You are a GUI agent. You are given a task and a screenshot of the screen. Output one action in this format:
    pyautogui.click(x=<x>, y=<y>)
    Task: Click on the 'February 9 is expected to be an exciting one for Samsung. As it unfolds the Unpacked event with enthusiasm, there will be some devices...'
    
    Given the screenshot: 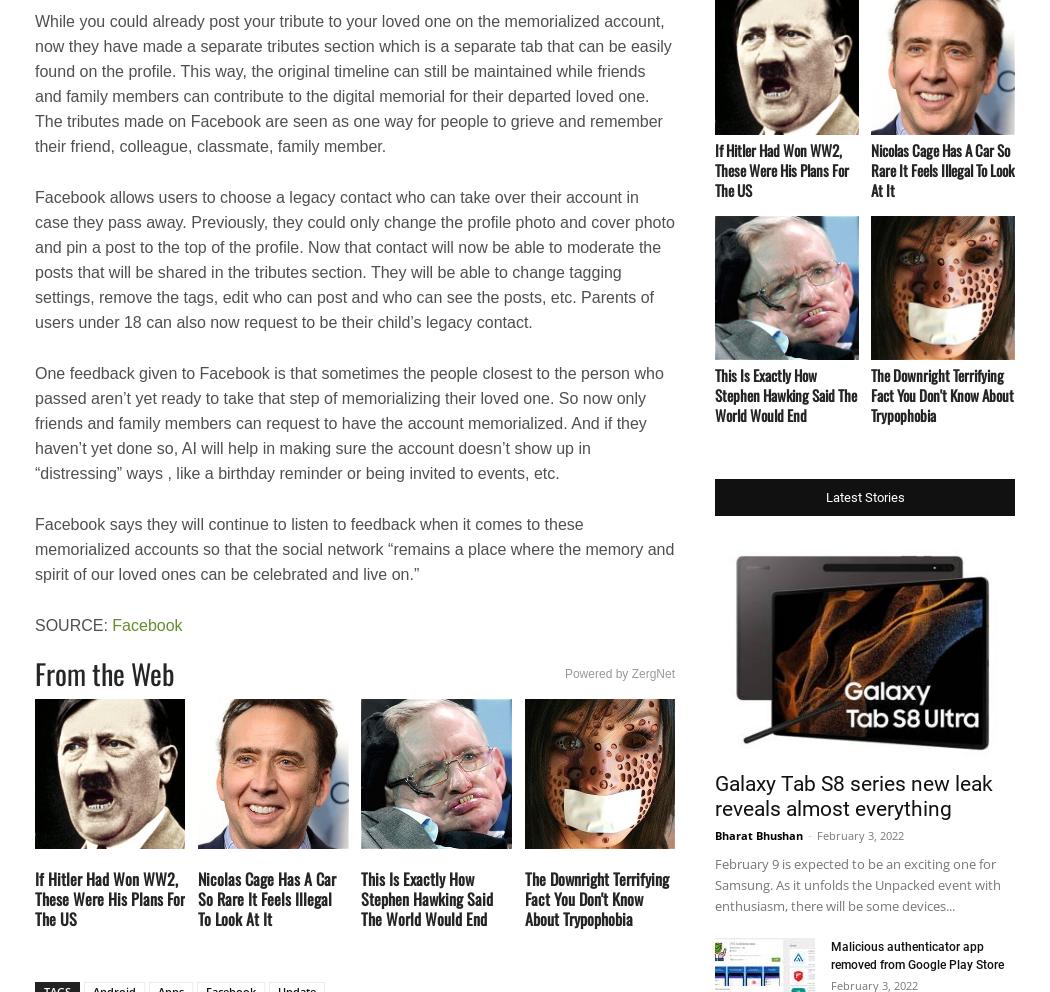 What is the action you would take?
    pyautogui.click(x=857, y=884)
    